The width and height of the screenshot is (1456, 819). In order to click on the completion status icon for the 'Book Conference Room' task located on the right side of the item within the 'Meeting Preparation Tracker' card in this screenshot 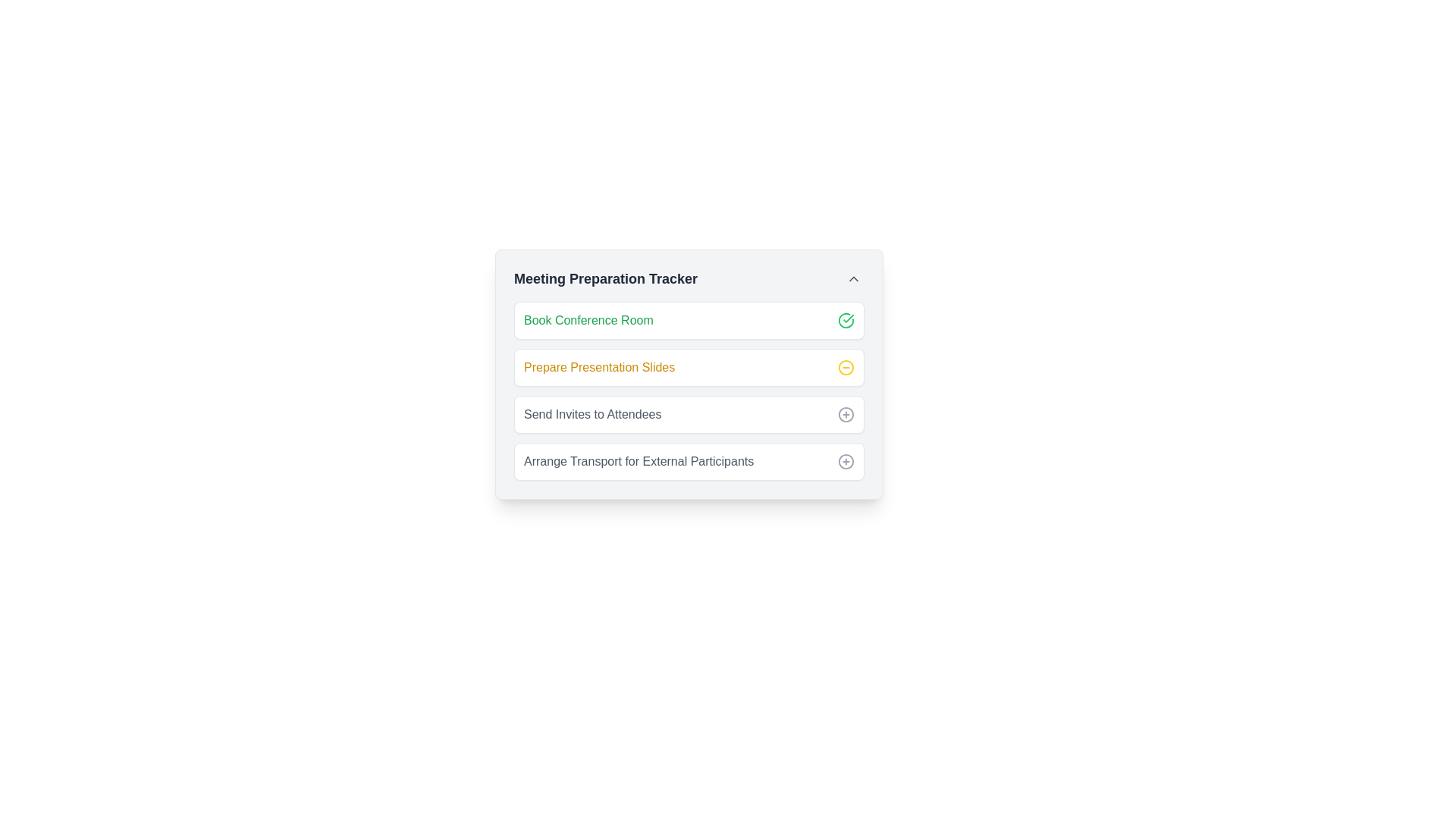, I will do `click(846, 320)`.